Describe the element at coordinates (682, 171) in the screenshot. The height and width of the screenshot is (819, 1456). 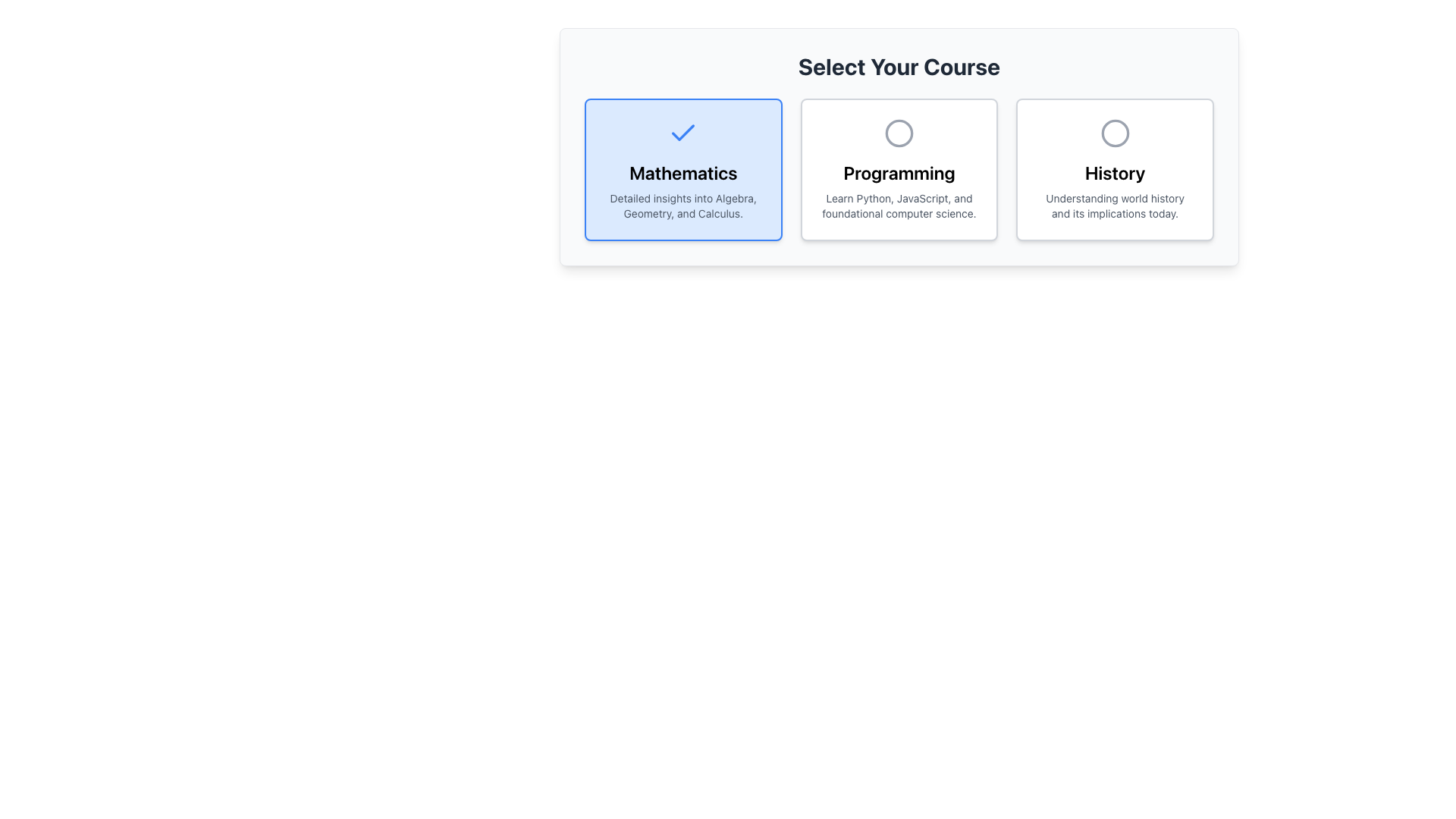
I see `the 'Mathematics' text label which serves as a title for the course option, positioned in the central upper area of the course selection interface` at that location.